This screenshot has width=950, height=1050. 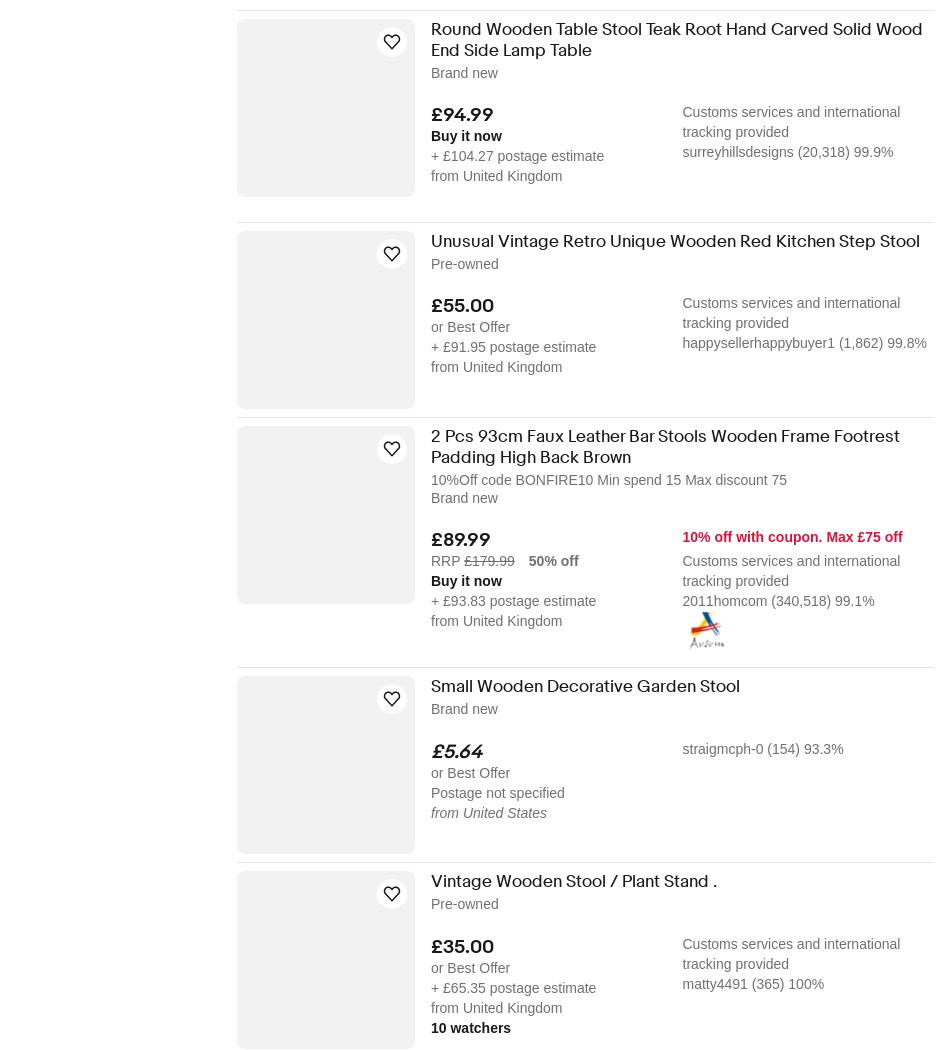 What do you see at coordinates (786, 152) in the screenshot?
I see `'surreyhillsdesigns (20,318) 99.9%'` at bounding box center [786, 152].